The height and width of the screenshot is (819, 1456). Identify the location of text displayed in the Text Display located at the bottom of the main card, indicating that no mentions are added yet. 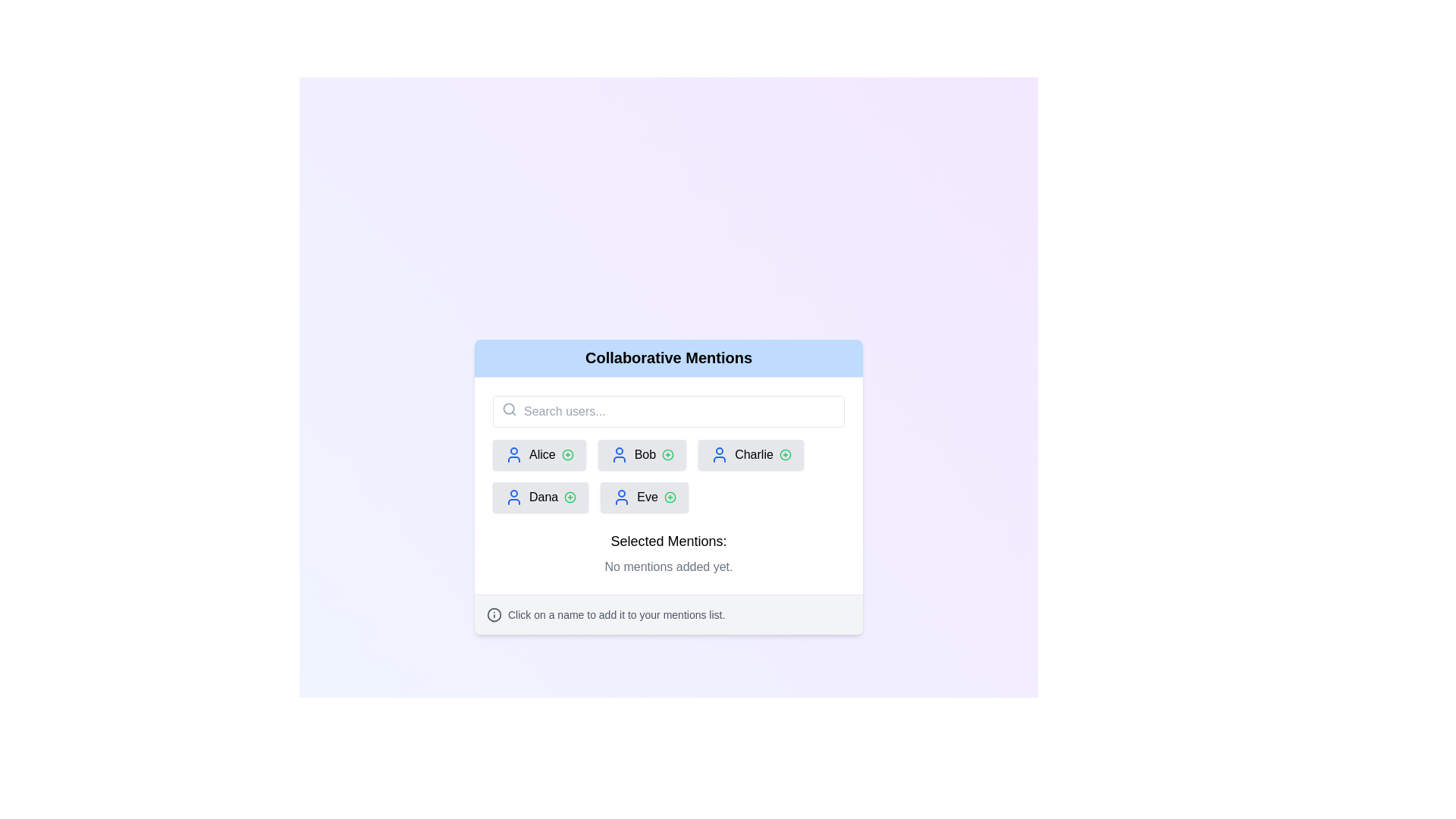
(668, 553).